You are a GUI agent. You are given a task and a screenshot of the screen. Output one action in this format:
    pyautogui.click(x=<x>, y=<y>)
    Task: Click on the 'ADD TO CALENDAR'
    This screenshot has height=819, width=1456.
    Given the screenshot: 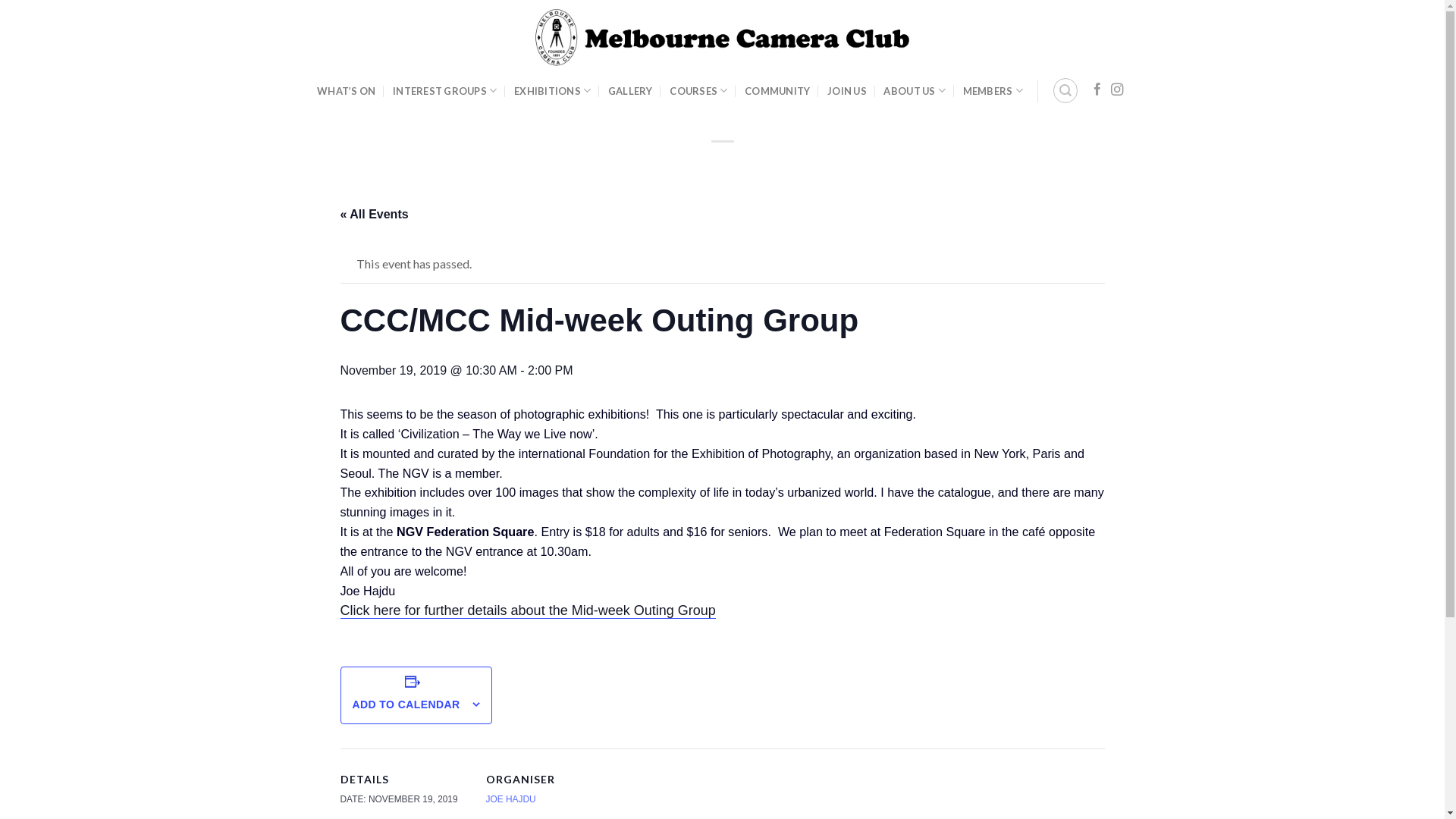 What is the action you would take?
    pyautogui.click(x=405, y=704)
    